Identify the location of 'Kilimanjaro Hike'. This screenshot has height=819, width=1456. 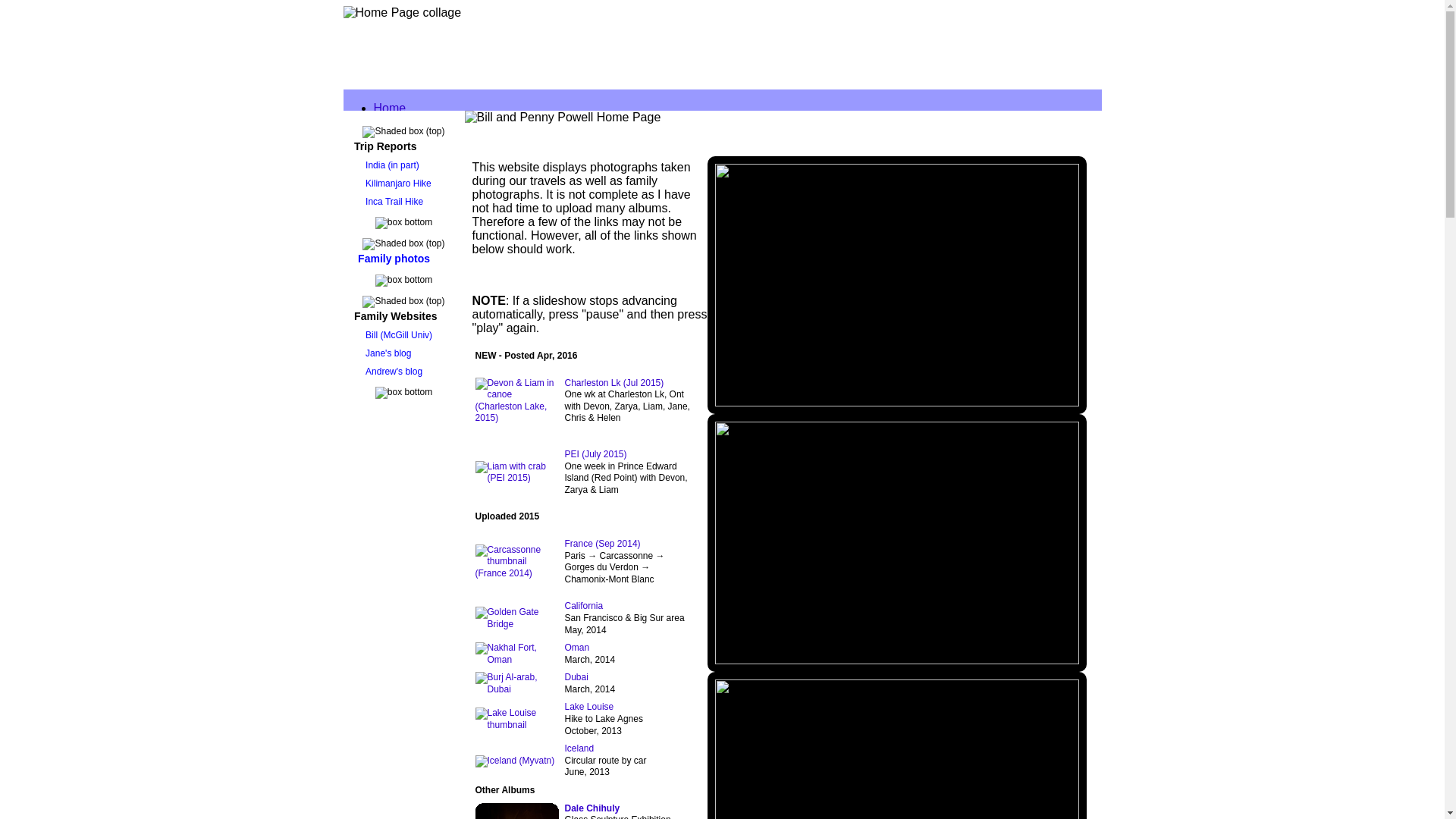
(360, 183).